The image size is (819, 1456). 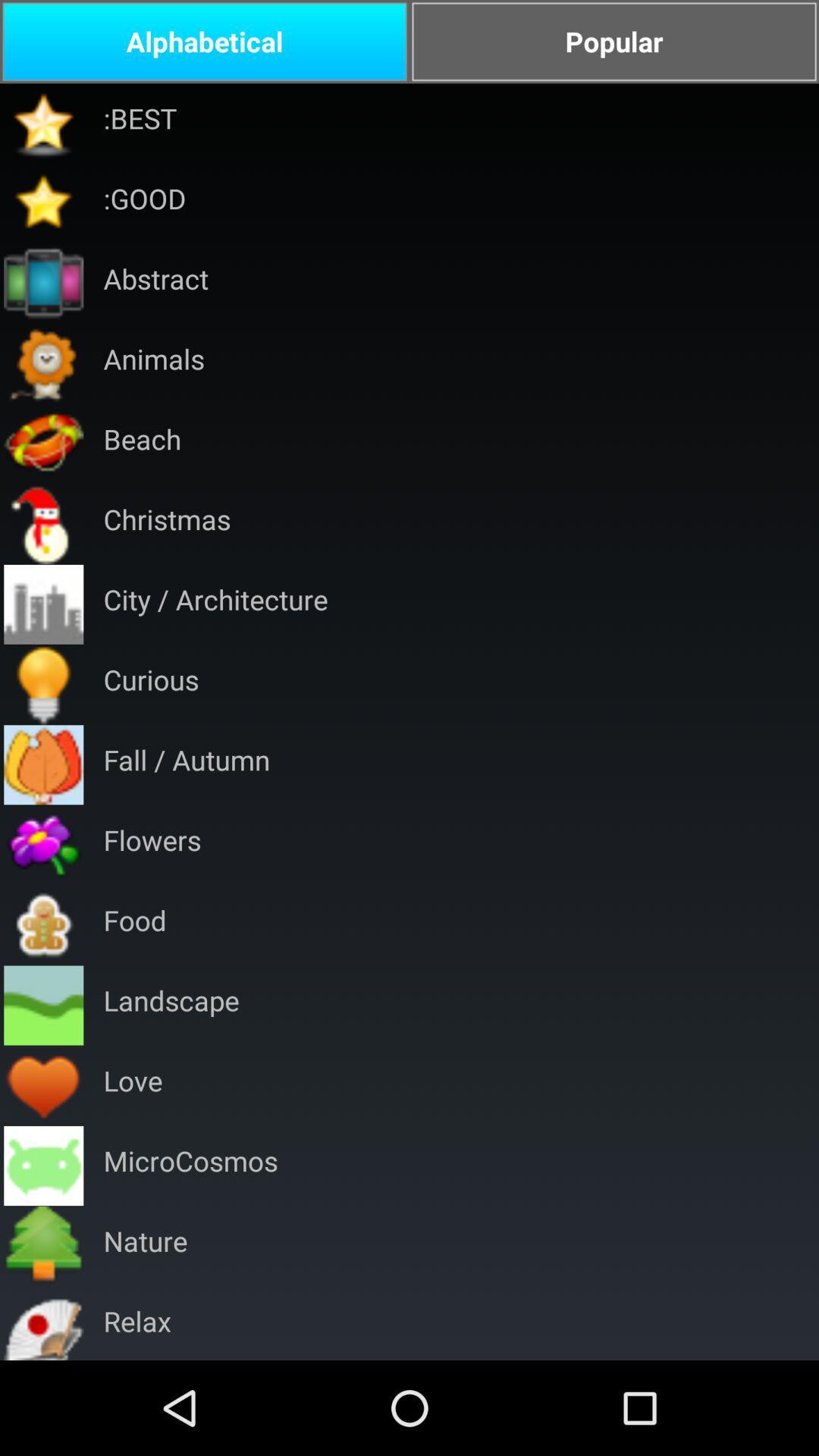 What do you see at coordinates (186, 764) in the screenshot?
I see `the fall / autumn icon` at bounding box center [186, 764].